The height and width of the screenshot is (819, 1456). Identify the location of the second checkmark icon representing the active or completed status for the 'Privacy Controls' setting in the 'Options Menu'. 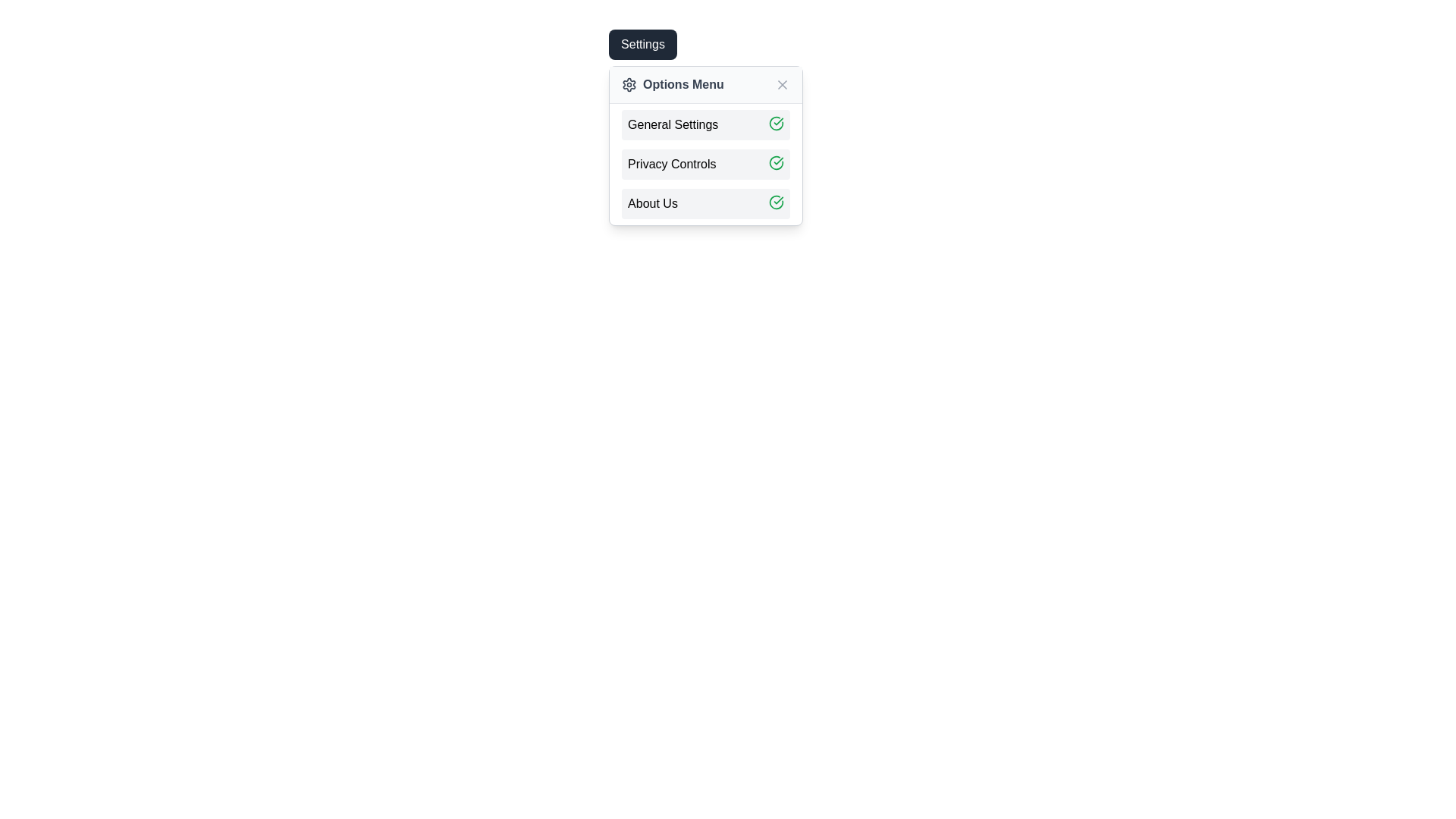
(777, 163).